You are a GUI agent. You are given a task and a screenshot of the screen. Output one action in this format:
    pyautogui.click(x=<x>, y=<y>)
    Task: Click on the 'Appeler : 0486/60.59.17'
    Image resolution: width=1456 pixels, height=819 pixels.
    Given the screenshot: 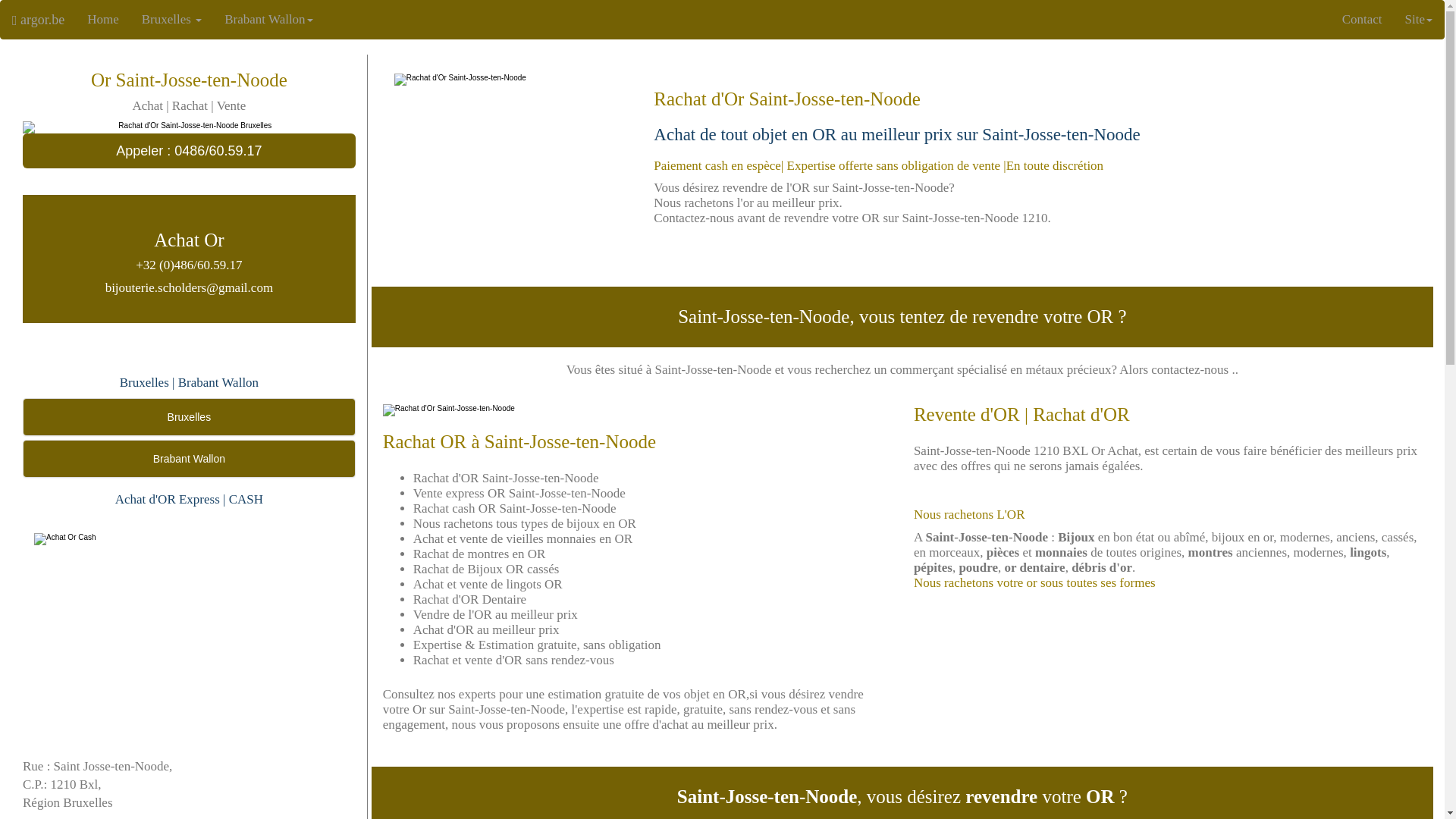 What is the action you would take?
    pyautogui.click(x=188, y=151)
    